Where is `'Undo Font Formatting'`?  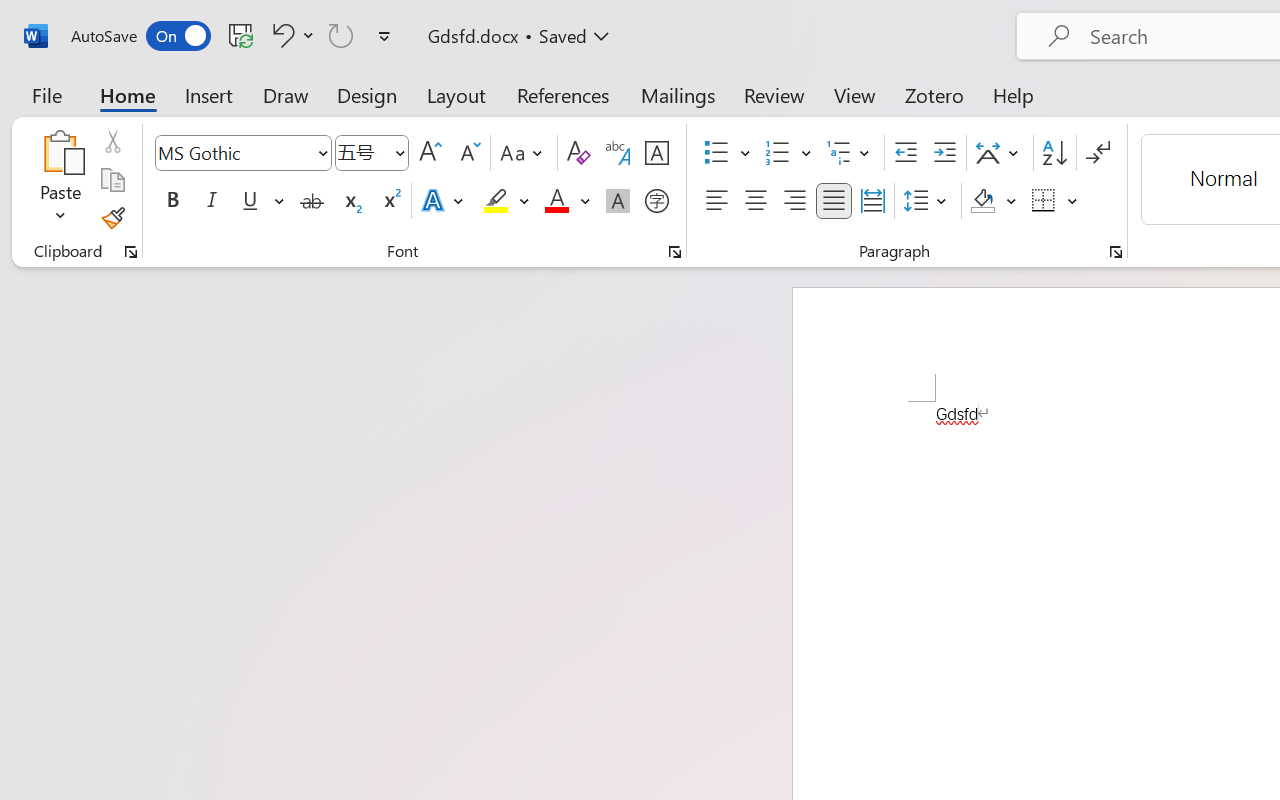
'Undo Font Formatting' is located at coordinates (289, 34).